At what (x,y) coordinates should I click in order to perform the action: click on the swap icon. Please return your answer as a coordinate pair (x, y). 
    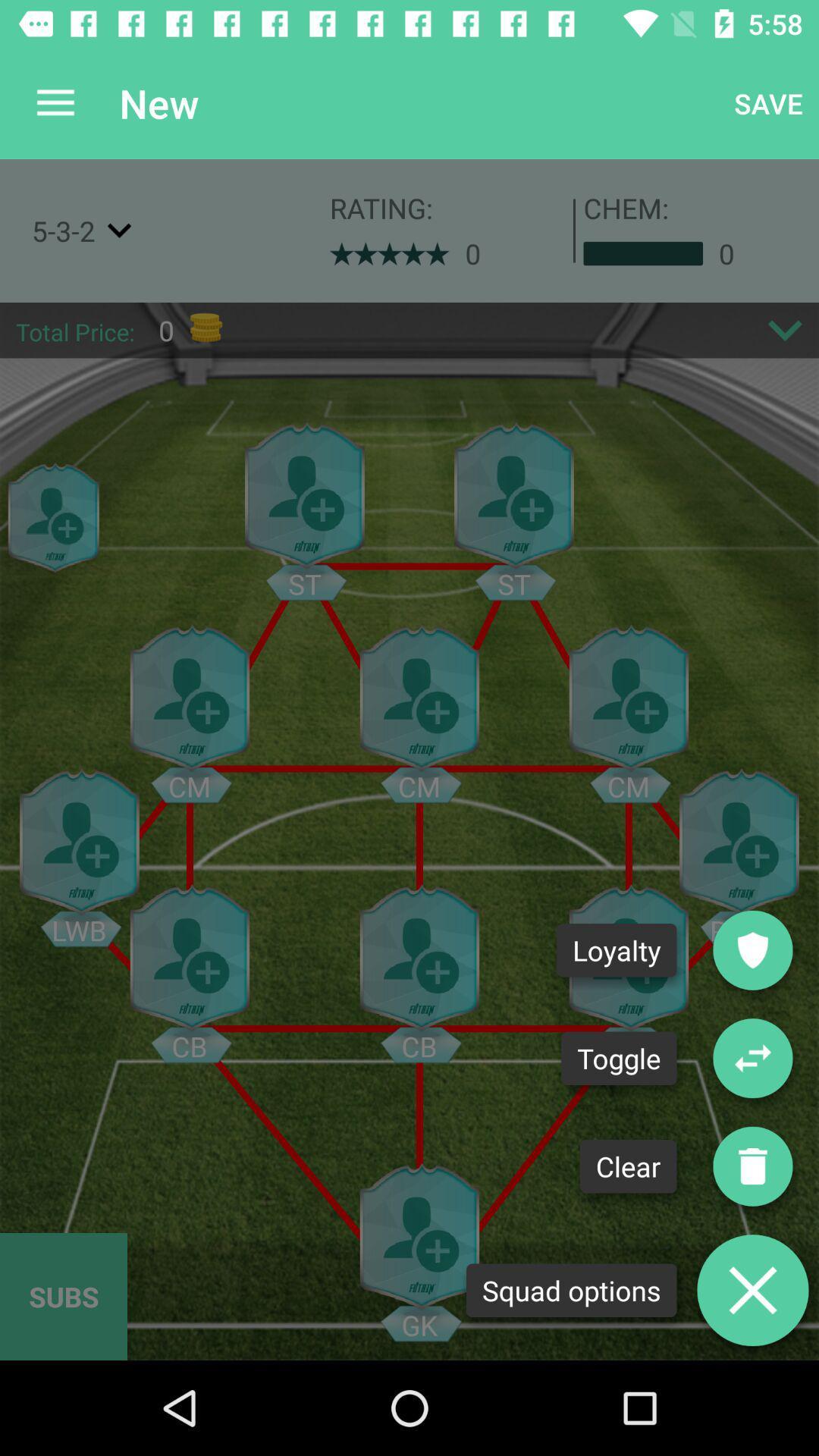
    Looking at the image, I should click on (752, 1057).